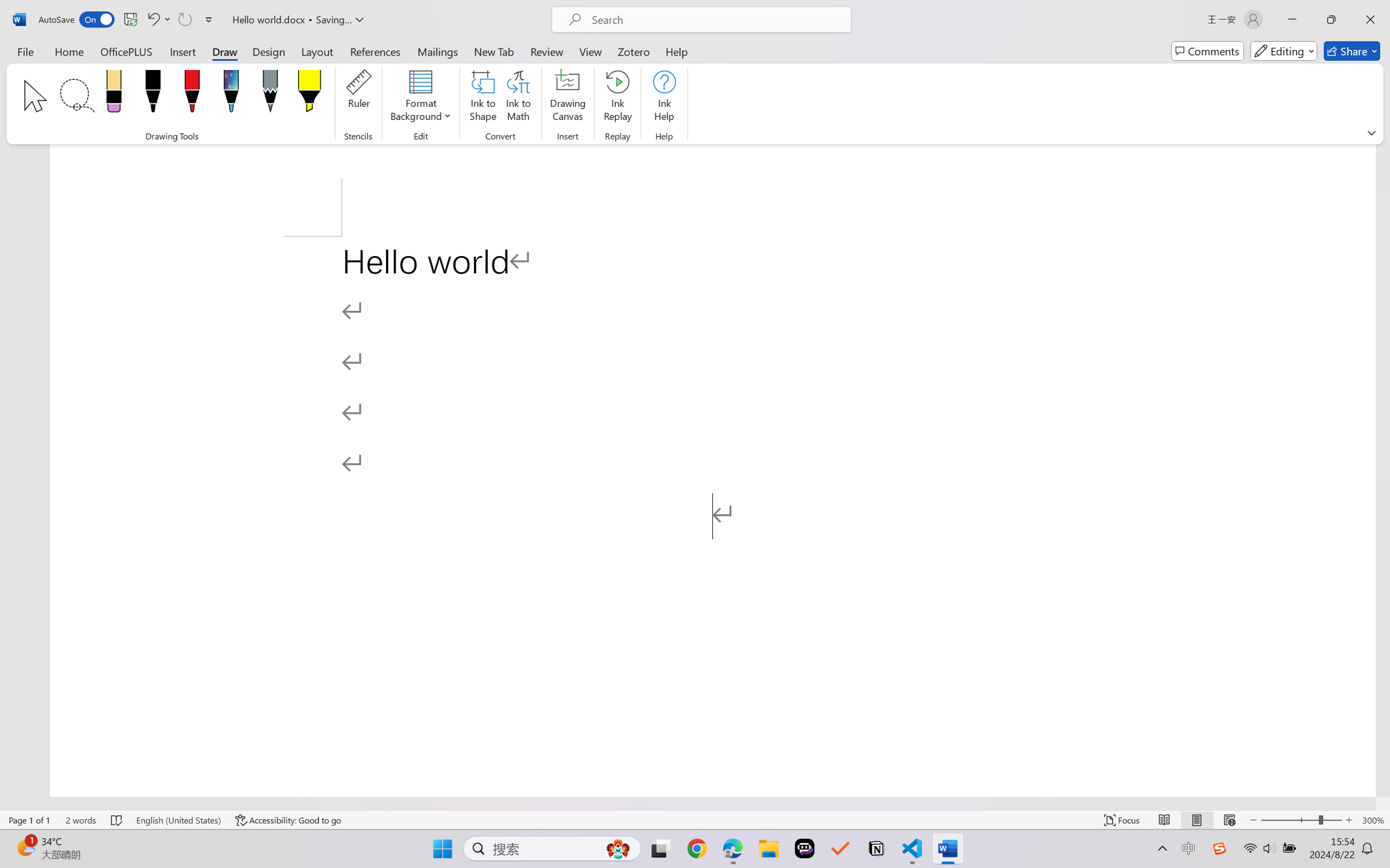 The width and height of the screenshot is (1390, 868). I want to click on 'AutoSave', so click(76, 19).